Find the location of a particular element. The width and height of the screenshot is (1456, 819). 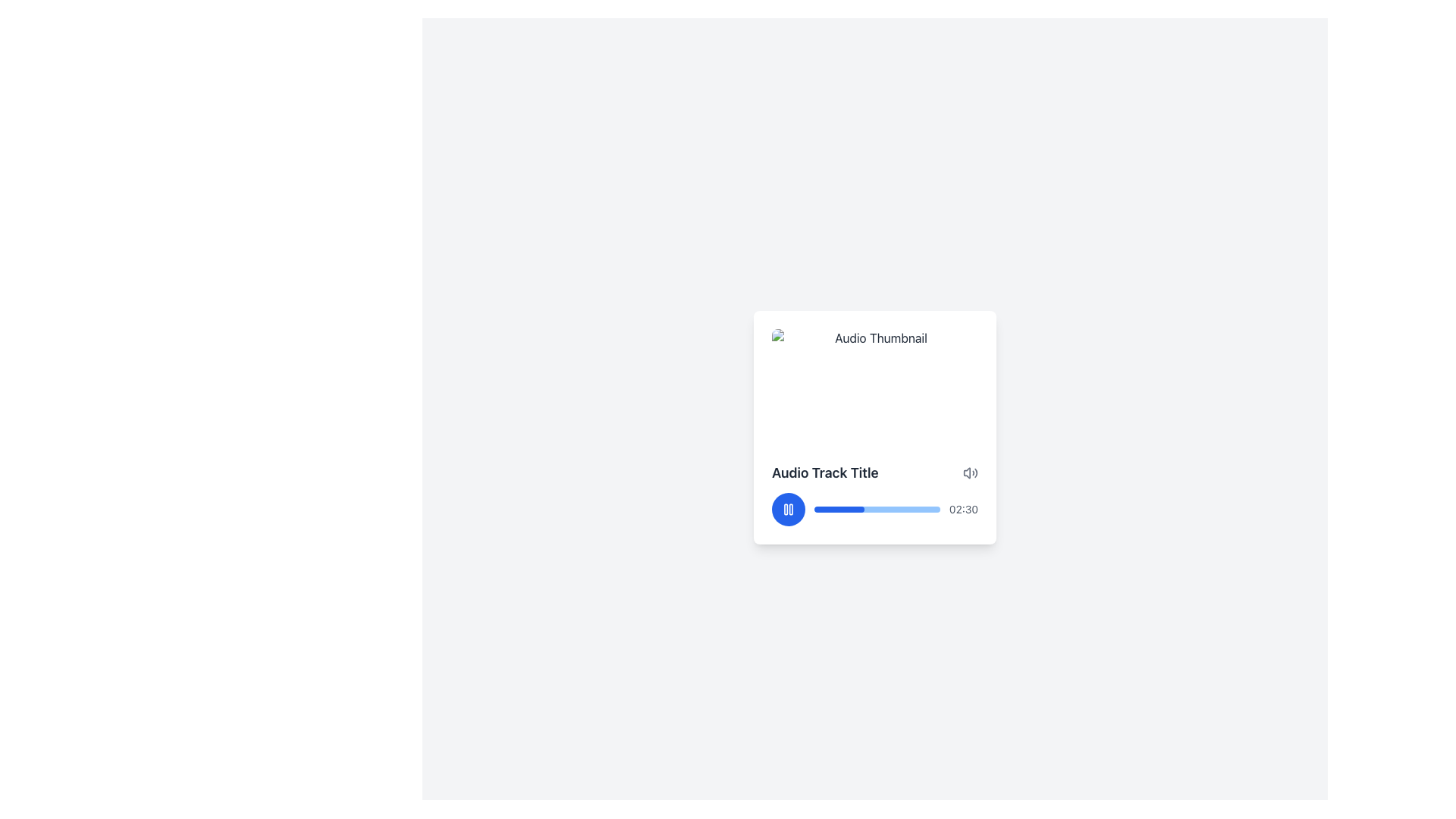

audio track progress is located at coordinates (867, 509).